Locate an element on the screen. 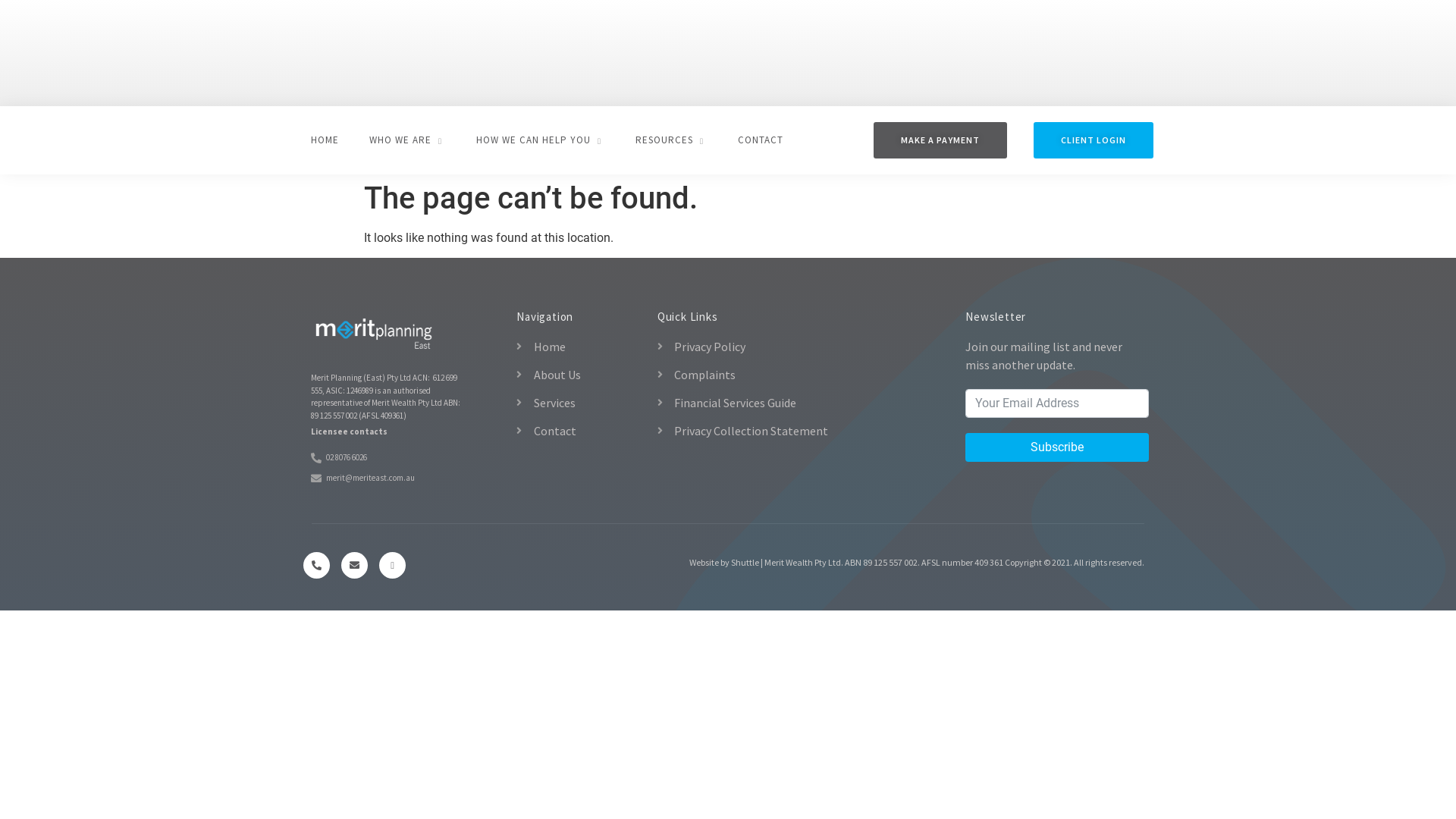 This screenshot has height=819, width=1456. 'merit@meriteast.com.au' is located at coordinates (394, 479).